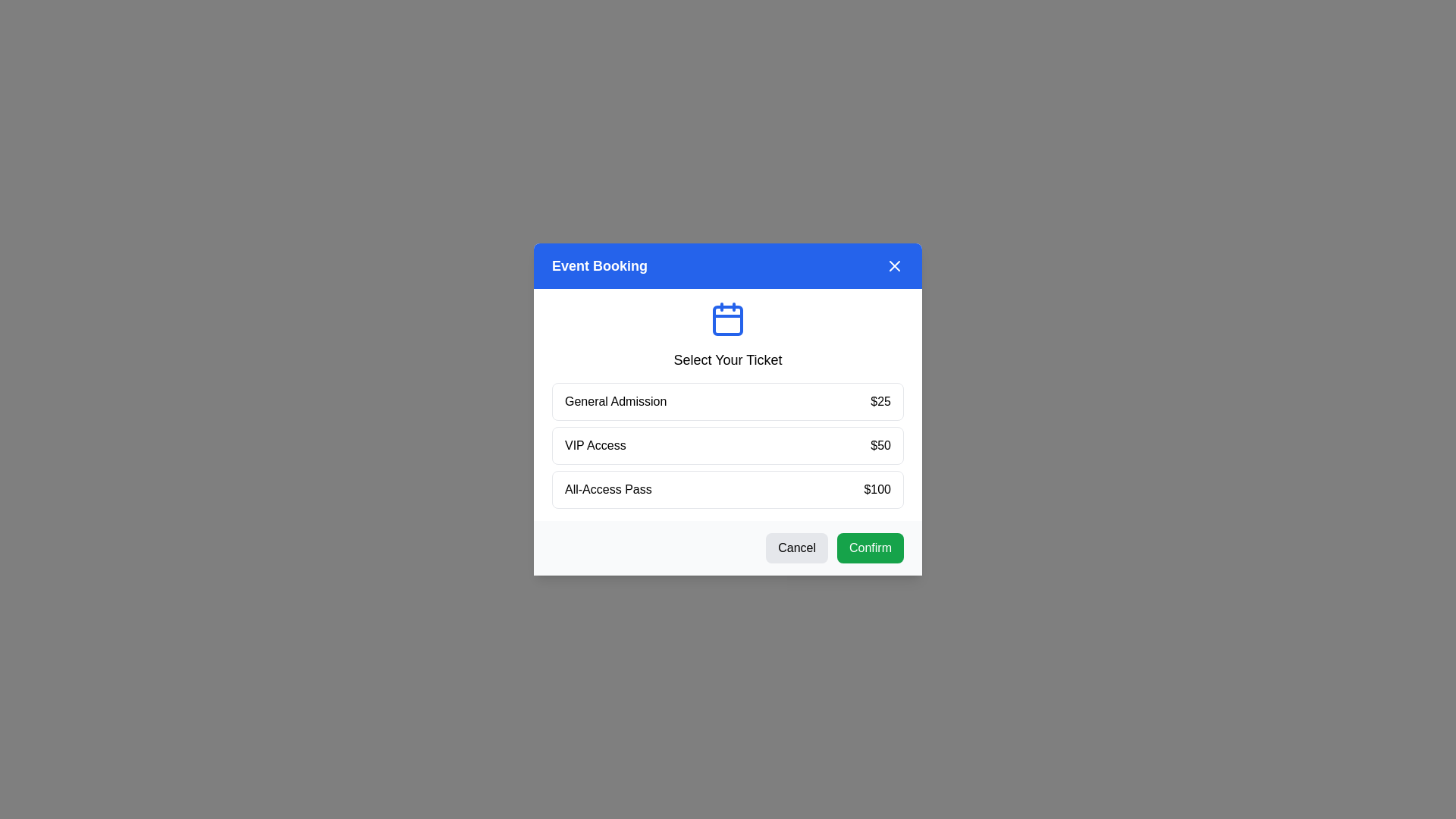 This screenshot has width=1456, height=819. What do you see at coordinates (880, 400) in the screenshot?
I see `the Text Label indicating the price of the 'General Admission' ticket option, which is aligned to the right side of the top ticket category row` at bounding box center [880, 400].